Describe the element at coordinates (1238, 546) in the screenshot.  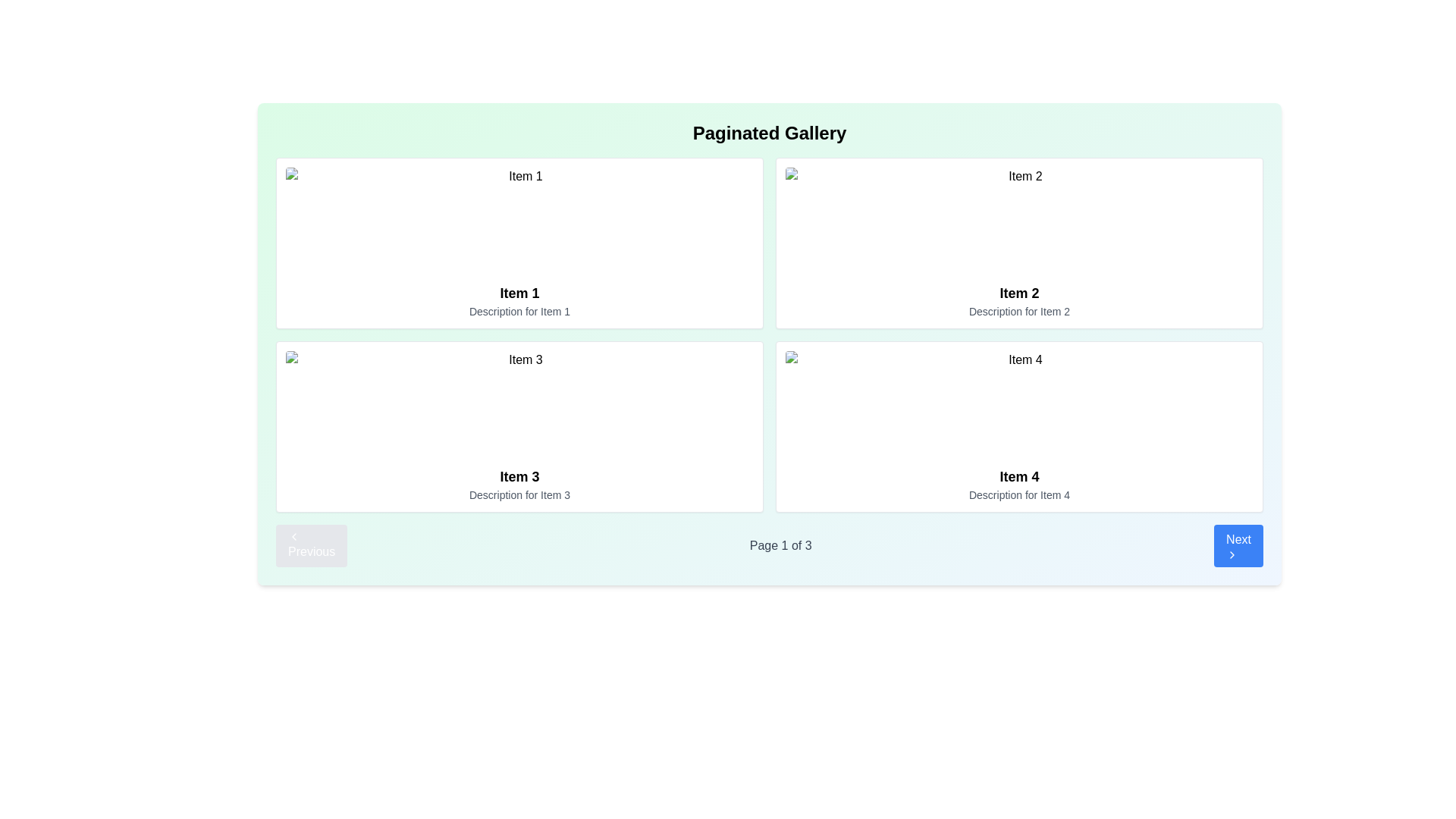
I see `the 'Next' button located at the bottom right of the pagination controls` at that location.